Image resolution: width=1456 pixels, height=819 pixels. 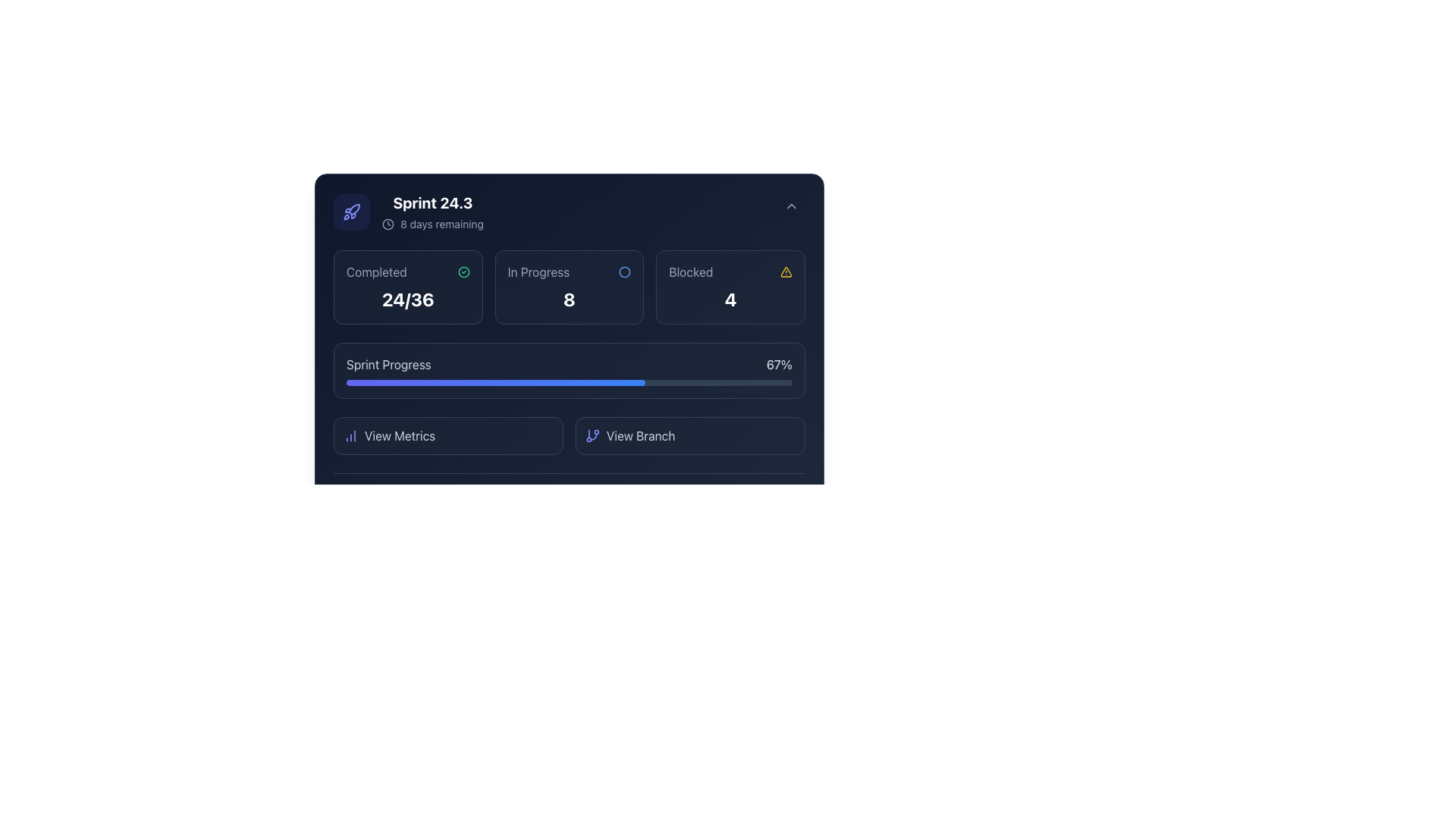 I want to click on the bold white numeral '4' displayed within the dark rectangular box labeled 'Blocked', which is centrally aligned and located near the warning symbol, so click(x=730, y=299).